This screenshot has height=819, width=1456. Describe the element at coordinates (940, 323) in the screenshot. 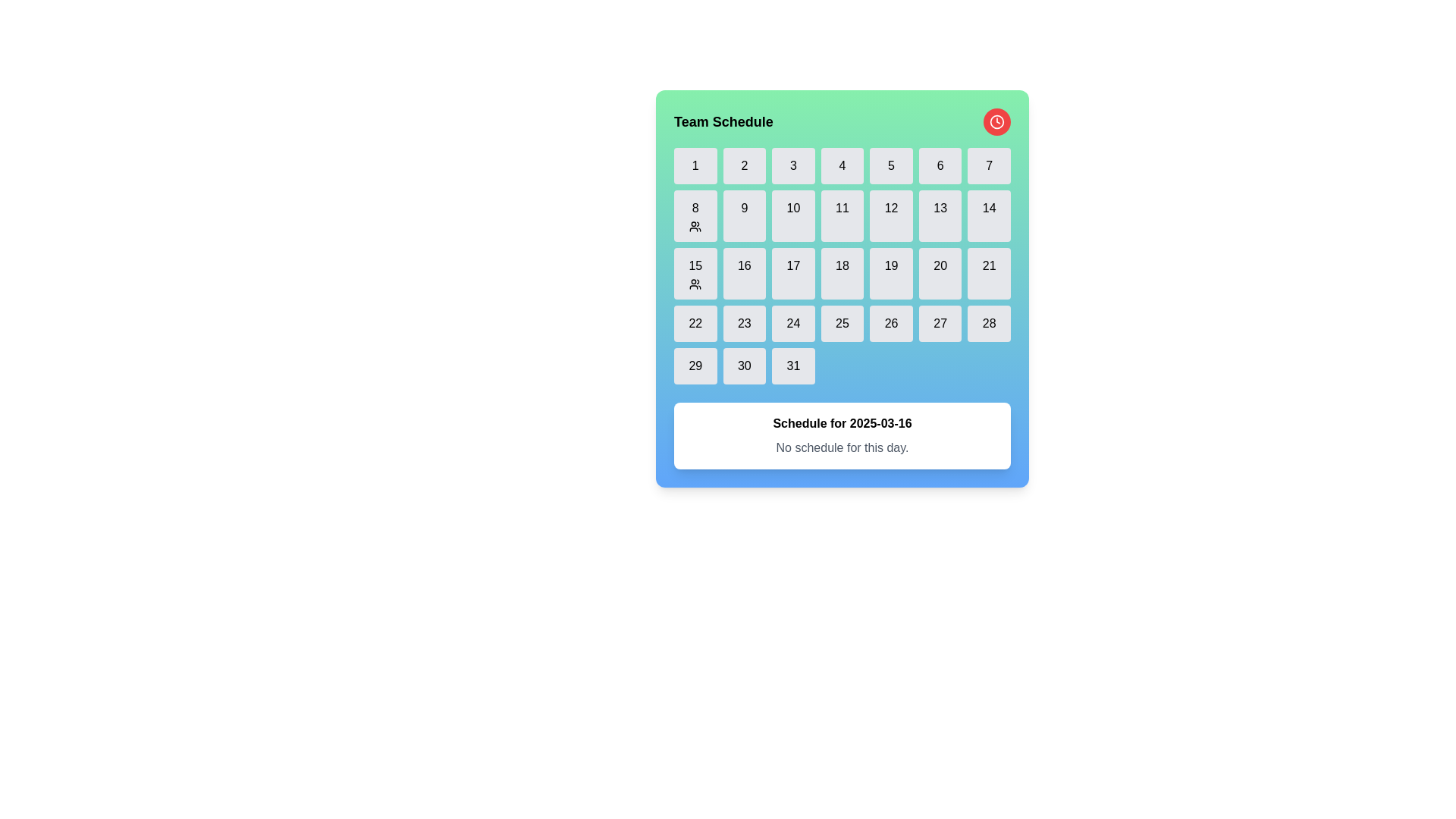

I see `the selectable date element representing the 27th of the month in the calendar grid` at that location.